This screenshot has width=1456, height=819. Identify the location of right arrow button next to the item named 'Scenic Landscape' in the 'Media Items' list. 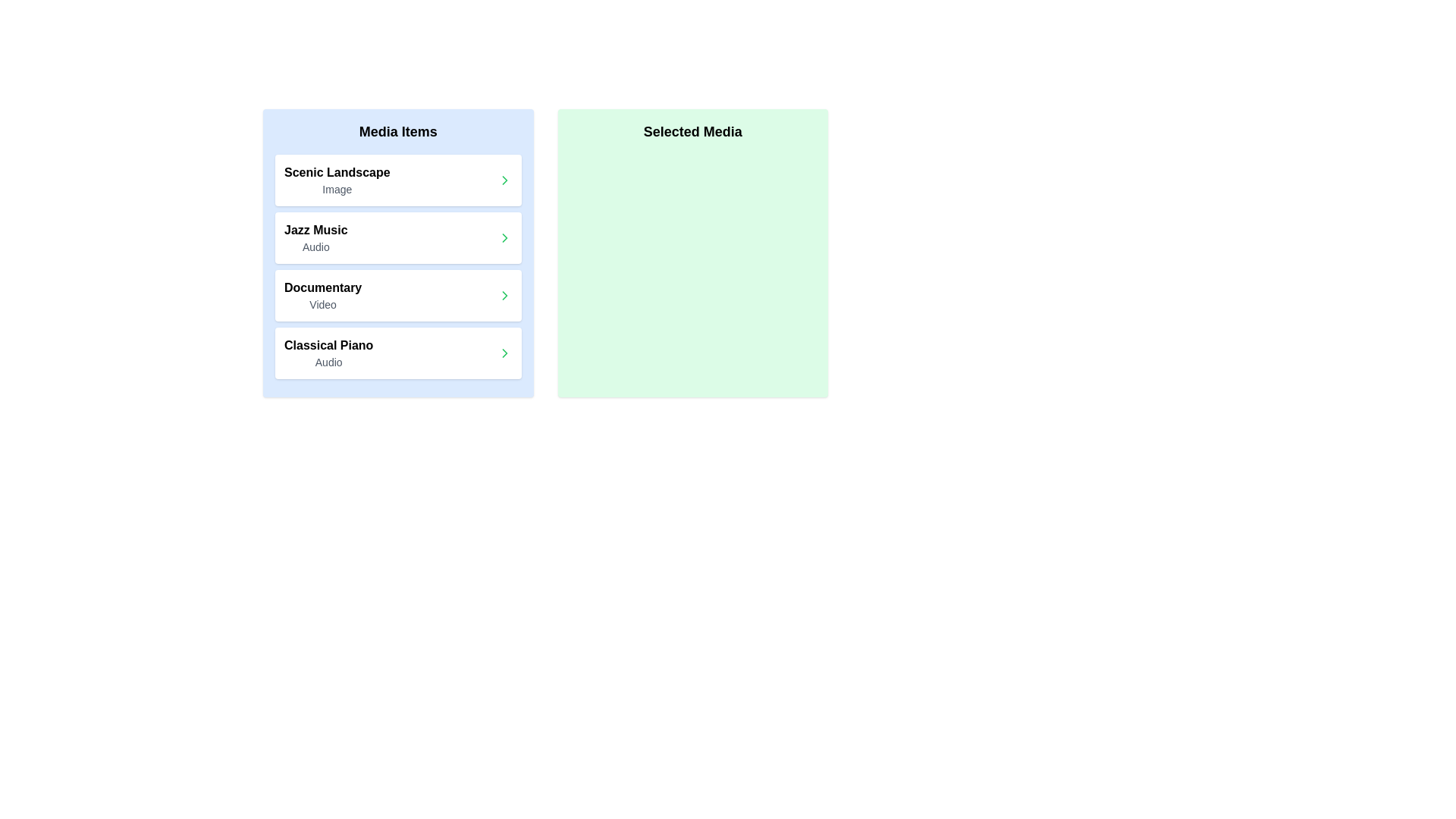
(504, 180).